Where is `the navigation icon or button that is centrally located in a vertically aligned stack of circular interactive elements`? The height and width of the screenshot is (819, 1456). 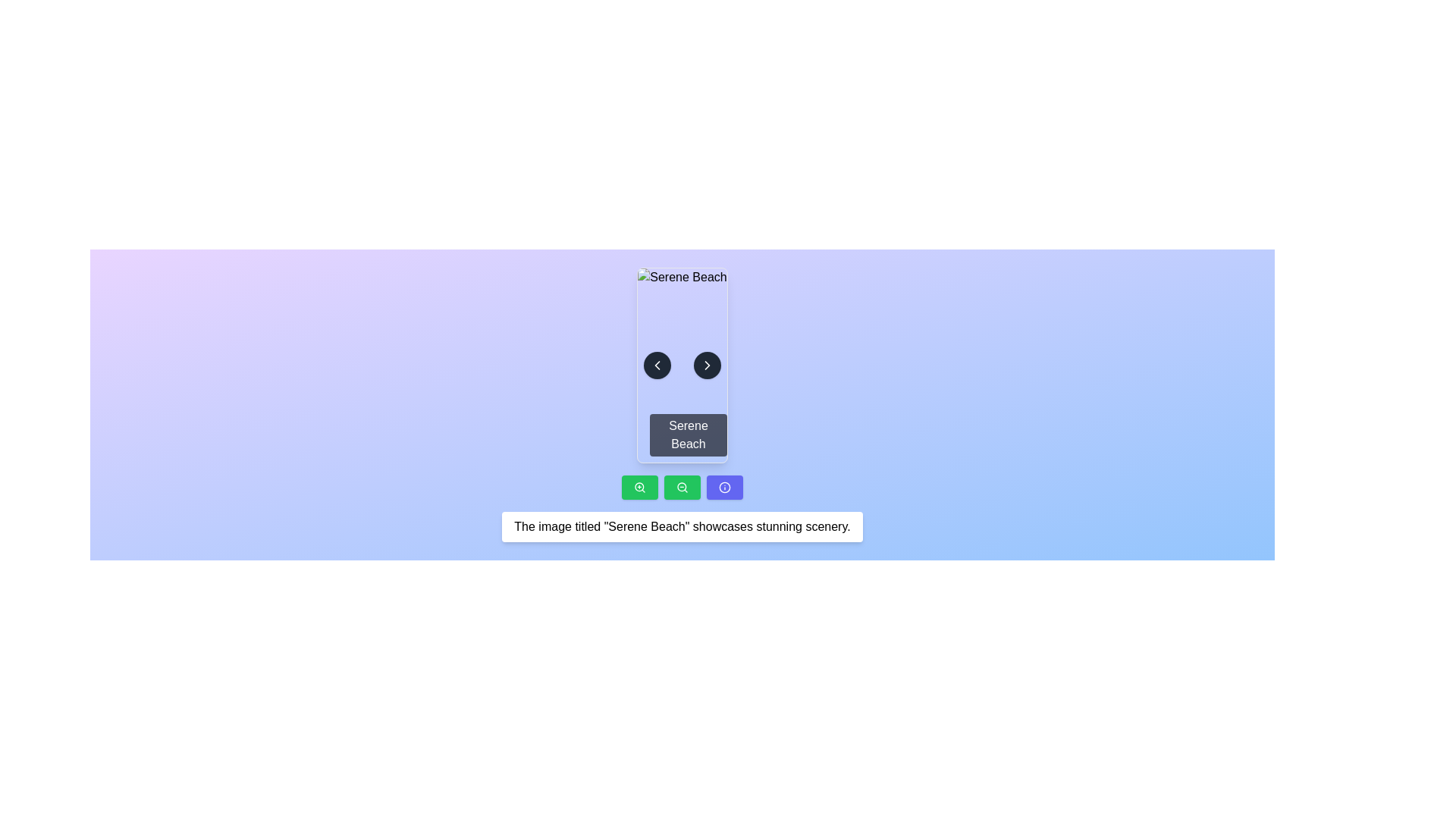
the navigation icon or button that is centrally located in a vertically aligned stack of circular interactive elements is located at coordinates (706, 366).